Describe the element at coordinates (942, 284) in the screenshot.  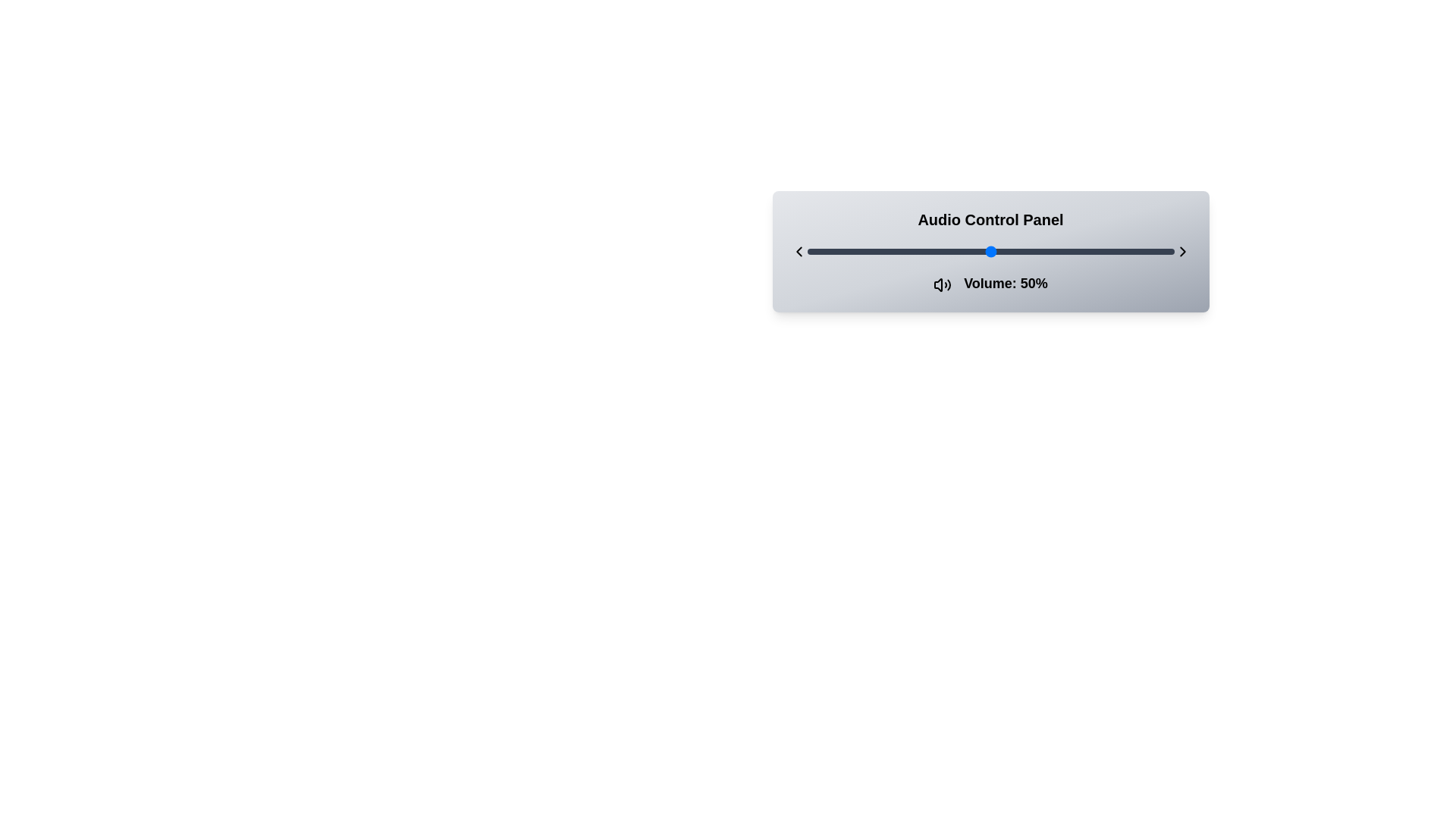
I see `the volume icon, which features a modern outline design with a speaker symbol and sound waves, located directly to the left of the text 'Volume: 50%' in the audio control panel` at that location.